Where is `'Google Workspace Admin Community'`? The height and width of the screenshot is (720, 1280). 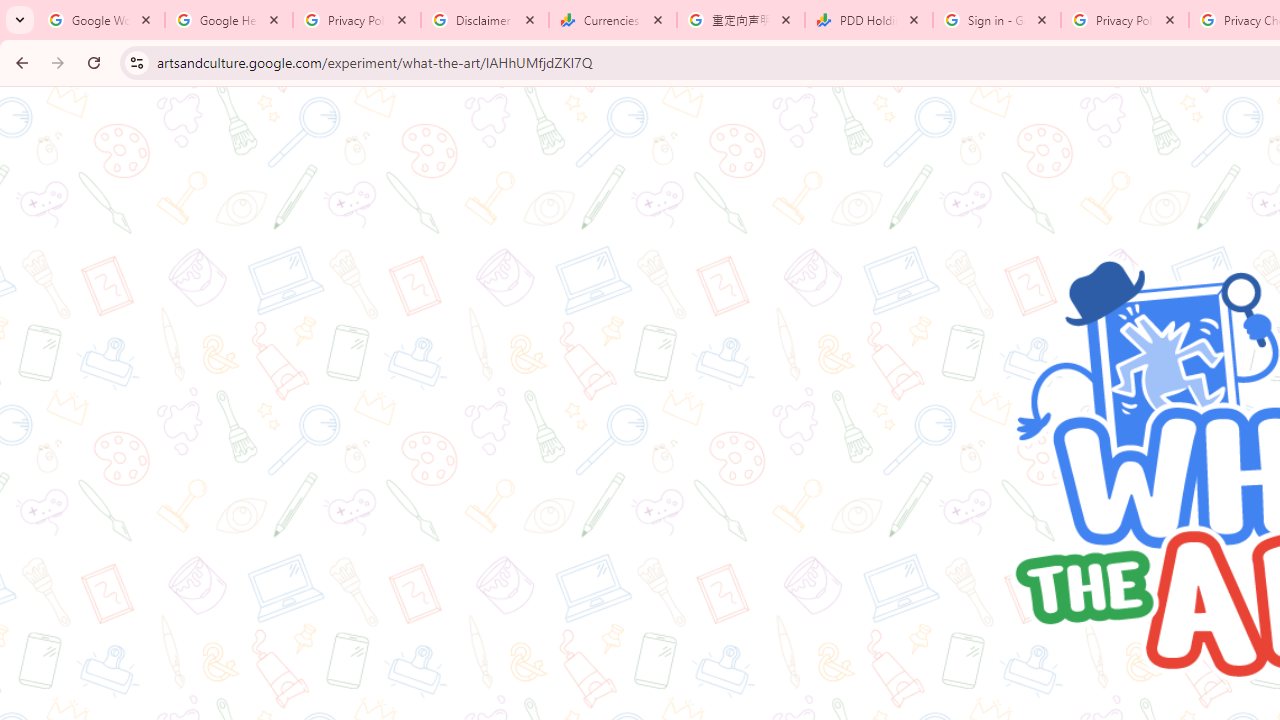
'Google Workspace Admin Community' is located at coordinates (100, 20).